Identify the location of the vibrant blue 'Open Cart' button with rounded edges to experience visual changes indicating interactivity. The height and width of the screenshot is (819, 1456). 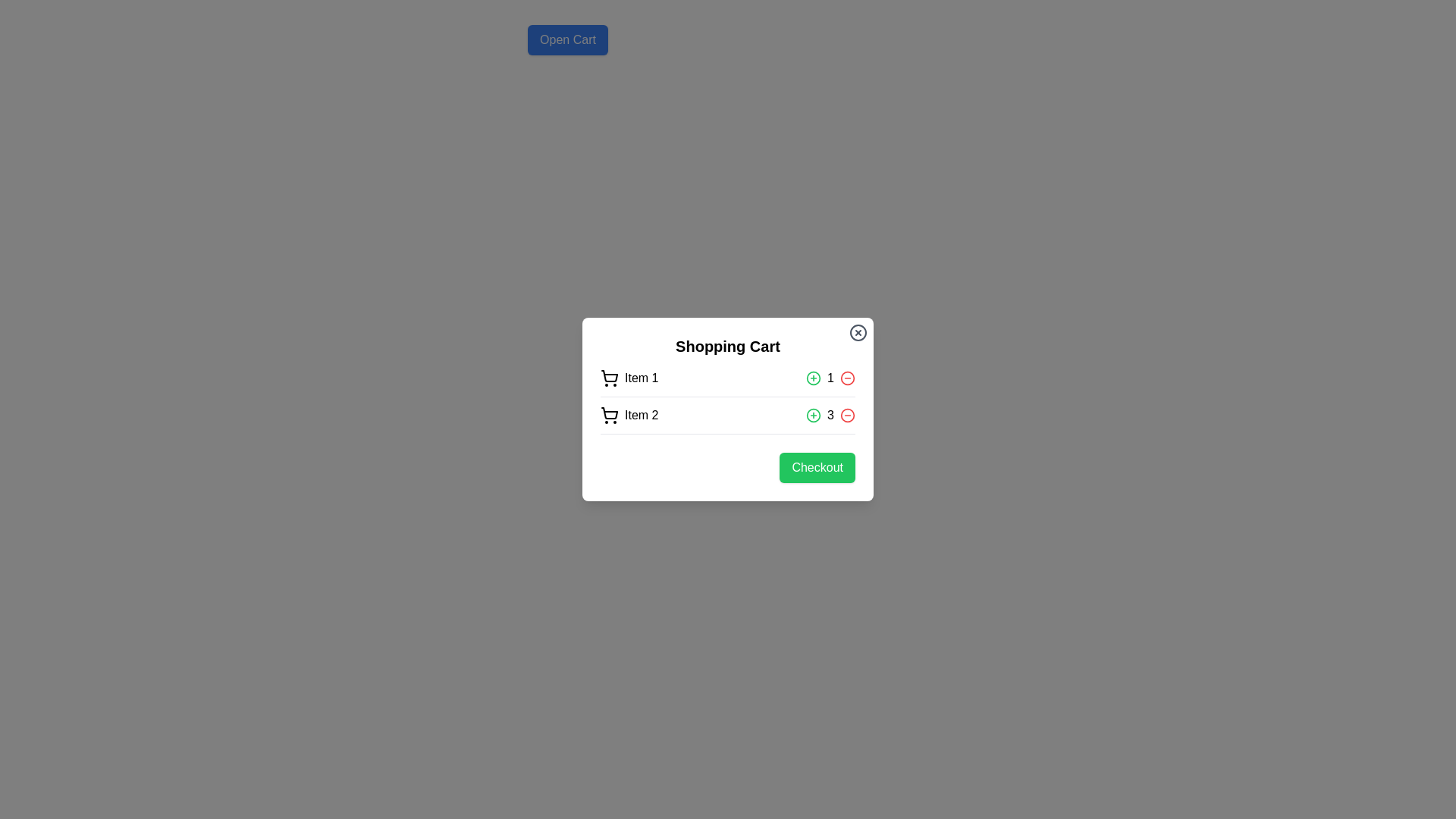
(566, 39).